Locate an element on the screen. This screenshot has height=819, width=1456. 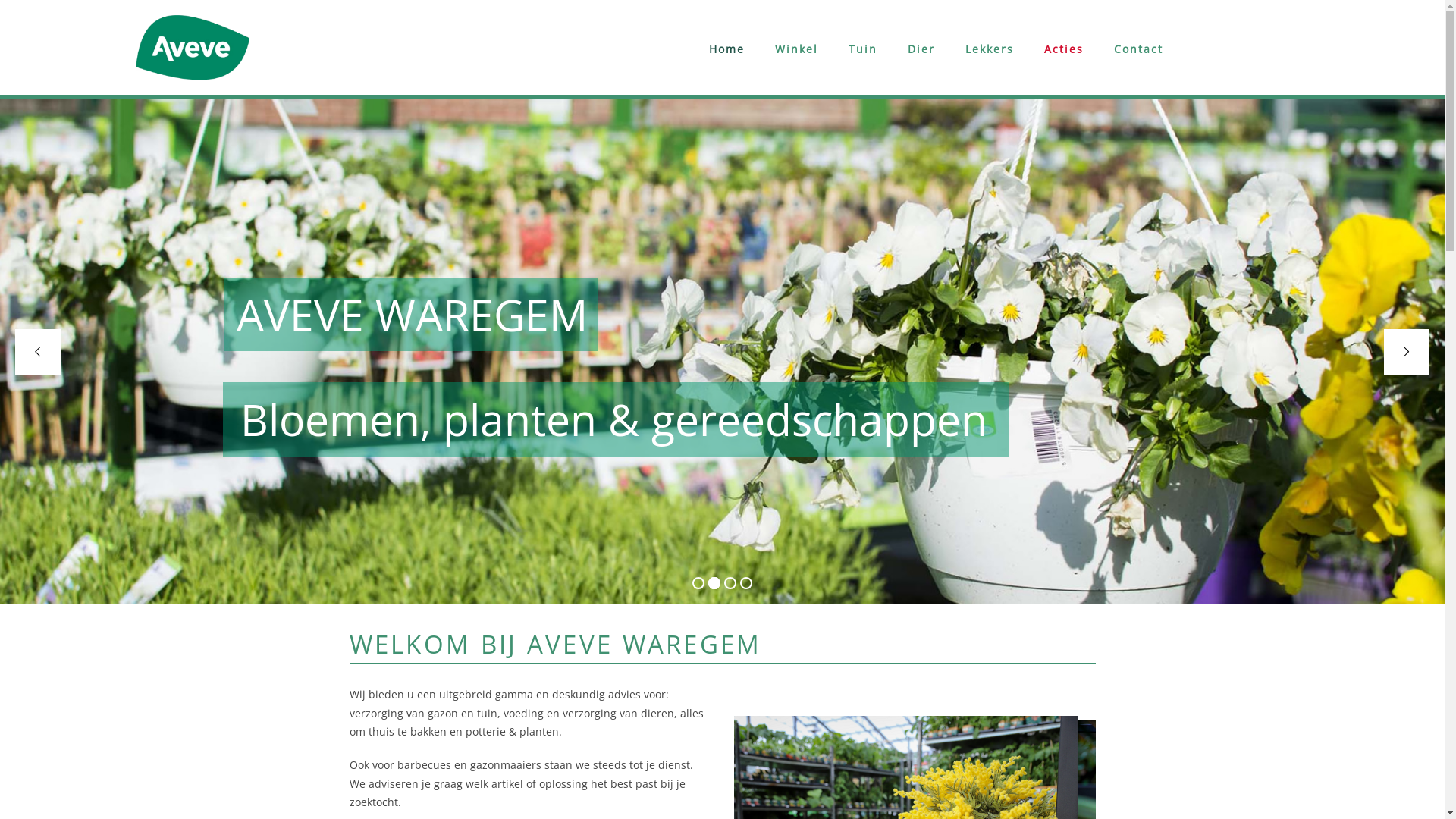
'Tuin' is located at coordinates (862, 49).